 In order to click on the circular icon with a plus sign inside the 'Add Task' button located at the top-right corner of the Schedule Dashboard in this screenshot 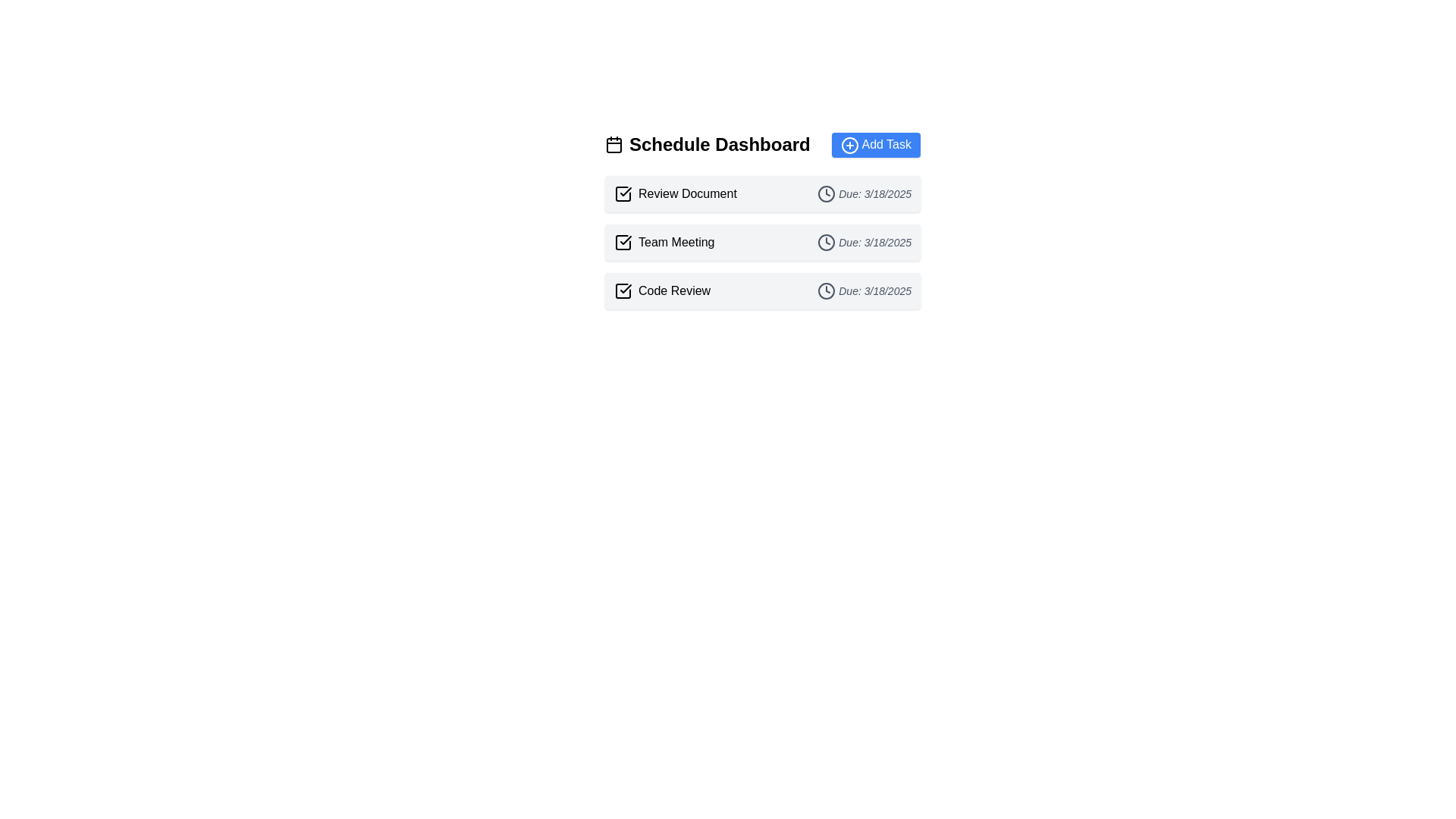, I will do `click(849, 145)`.